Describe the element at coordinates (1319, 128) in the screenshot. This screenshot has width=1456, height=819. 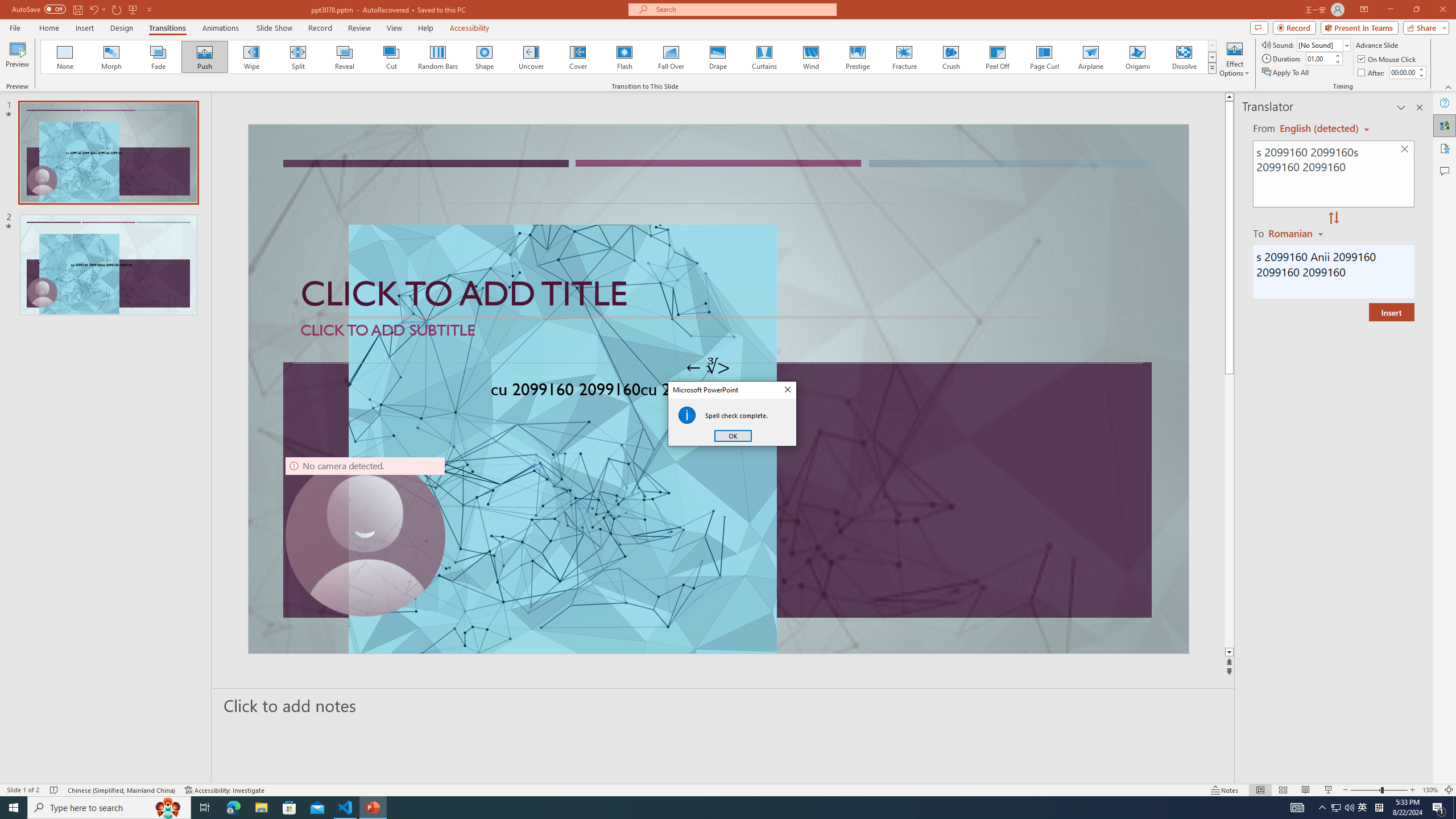
I see `'Czech (detected)'` at that location.